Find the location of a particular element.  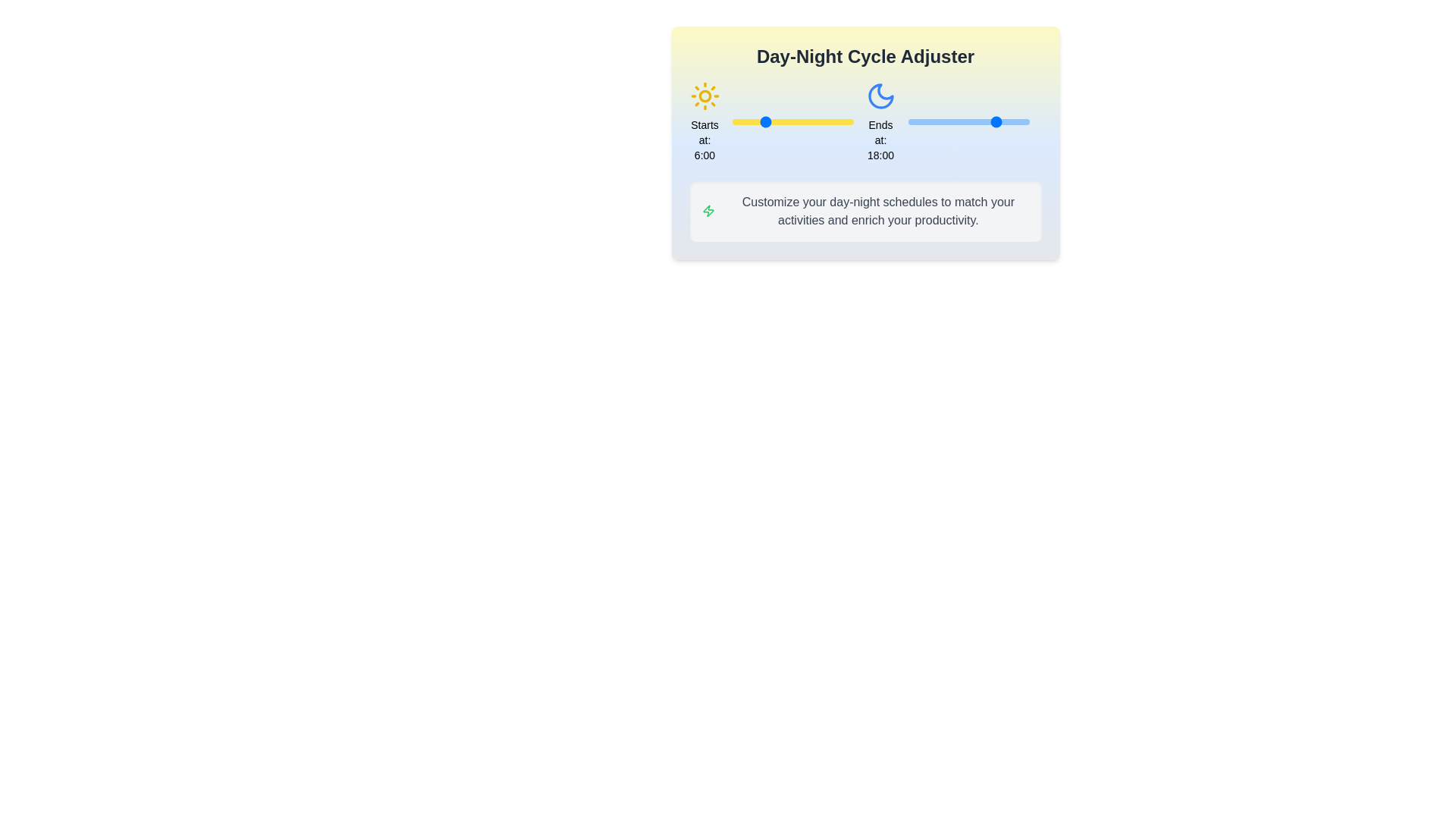

the start time of the day cycle to 4 hours using the left slider is located at coordinates (752, 121).